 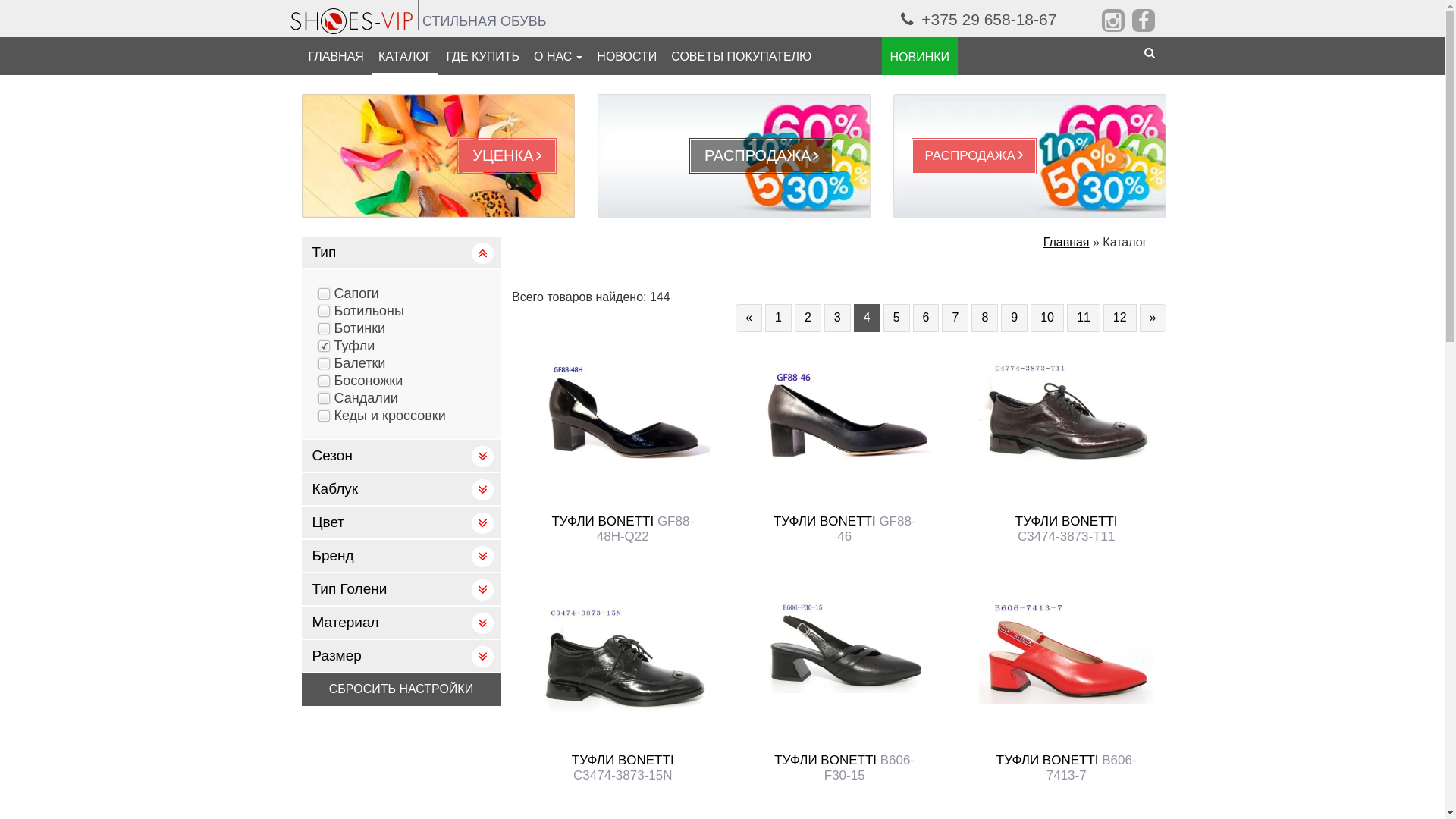 What do you see at coordinates (836, 317) in the screenshot?
I see `'3'` at bounding box center [836, 317].